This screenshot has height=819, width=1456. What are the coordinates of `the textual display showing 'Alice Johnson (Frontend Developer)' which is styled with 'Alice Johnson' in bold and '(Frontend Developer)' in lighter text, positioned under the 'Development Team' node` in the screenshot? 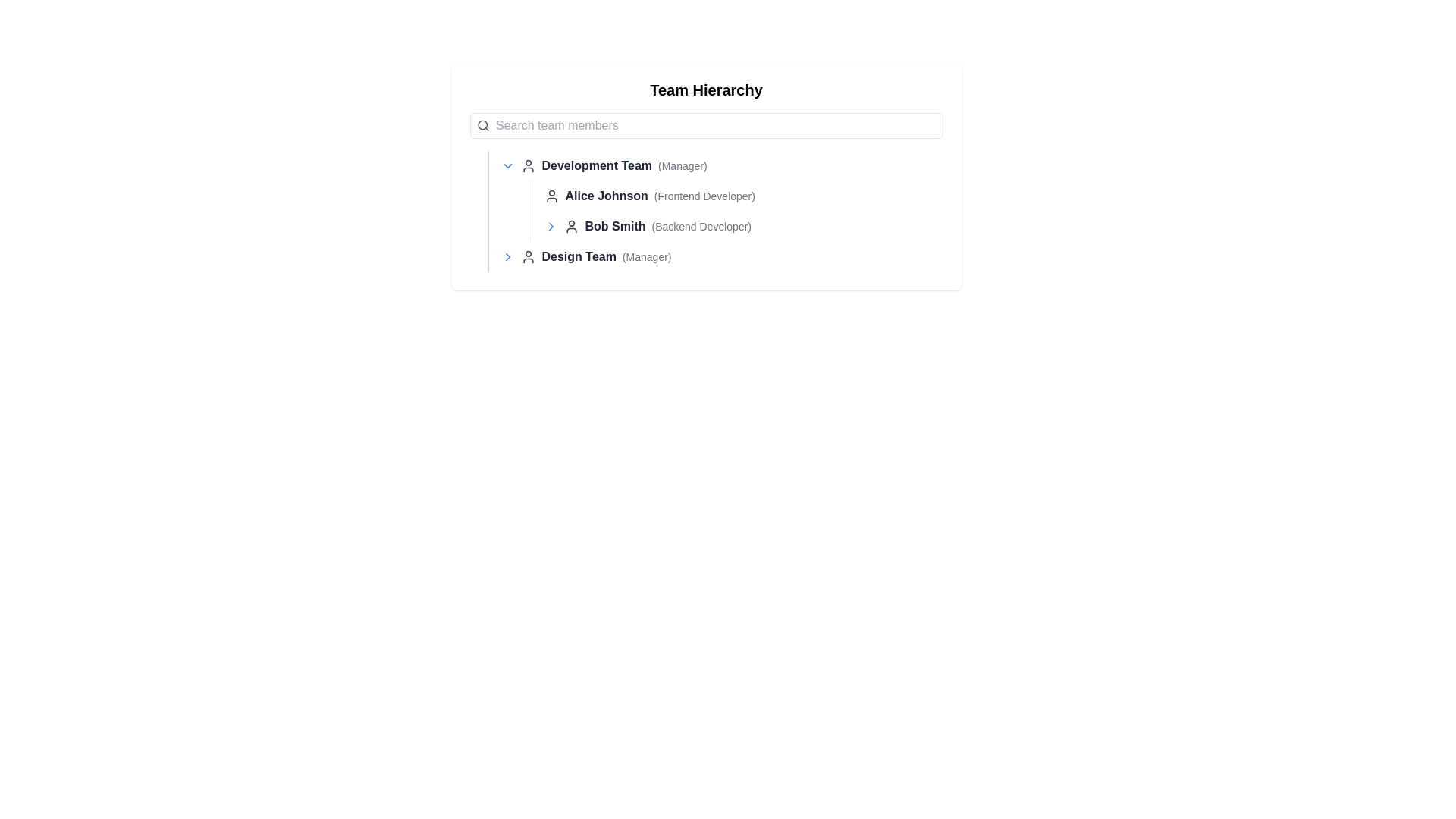 It's located at (743, 195).